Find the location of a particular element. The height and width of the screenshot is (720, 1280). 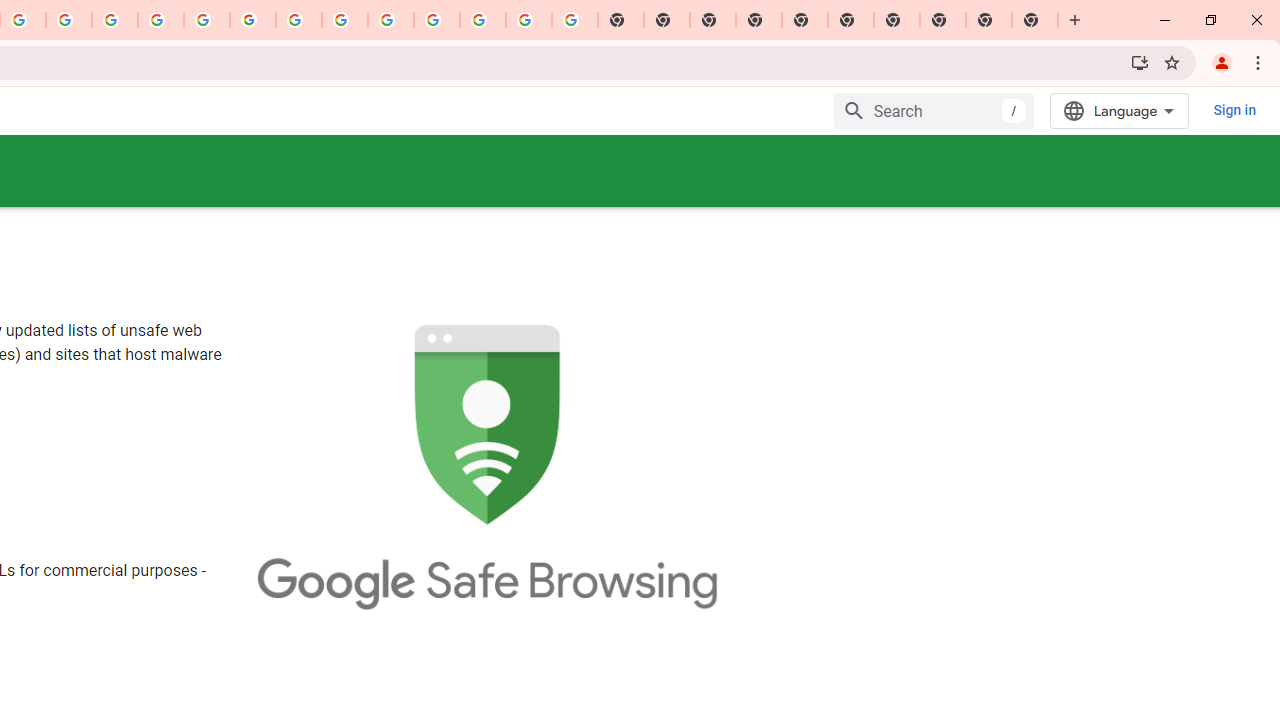

'Language' is located at coordinates (1120, 110).